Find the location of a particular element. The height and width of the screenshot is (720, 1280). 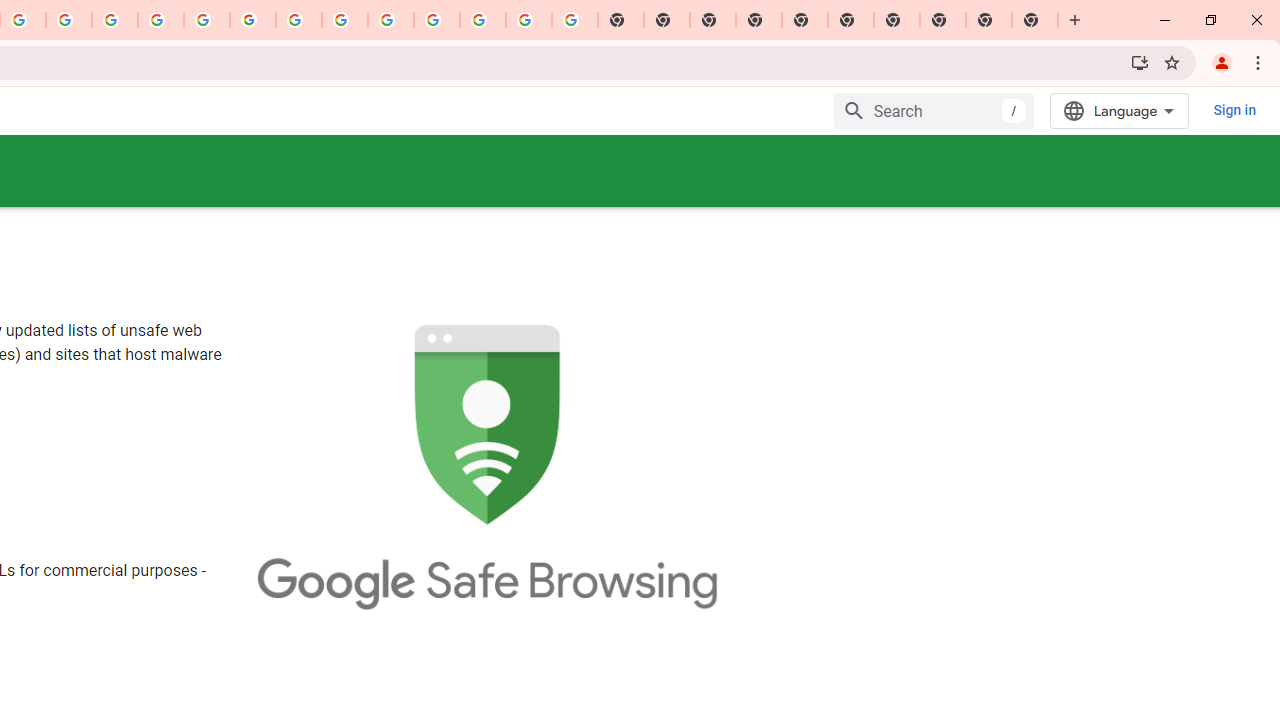

'Language' is located at coordinates (1120, 110).